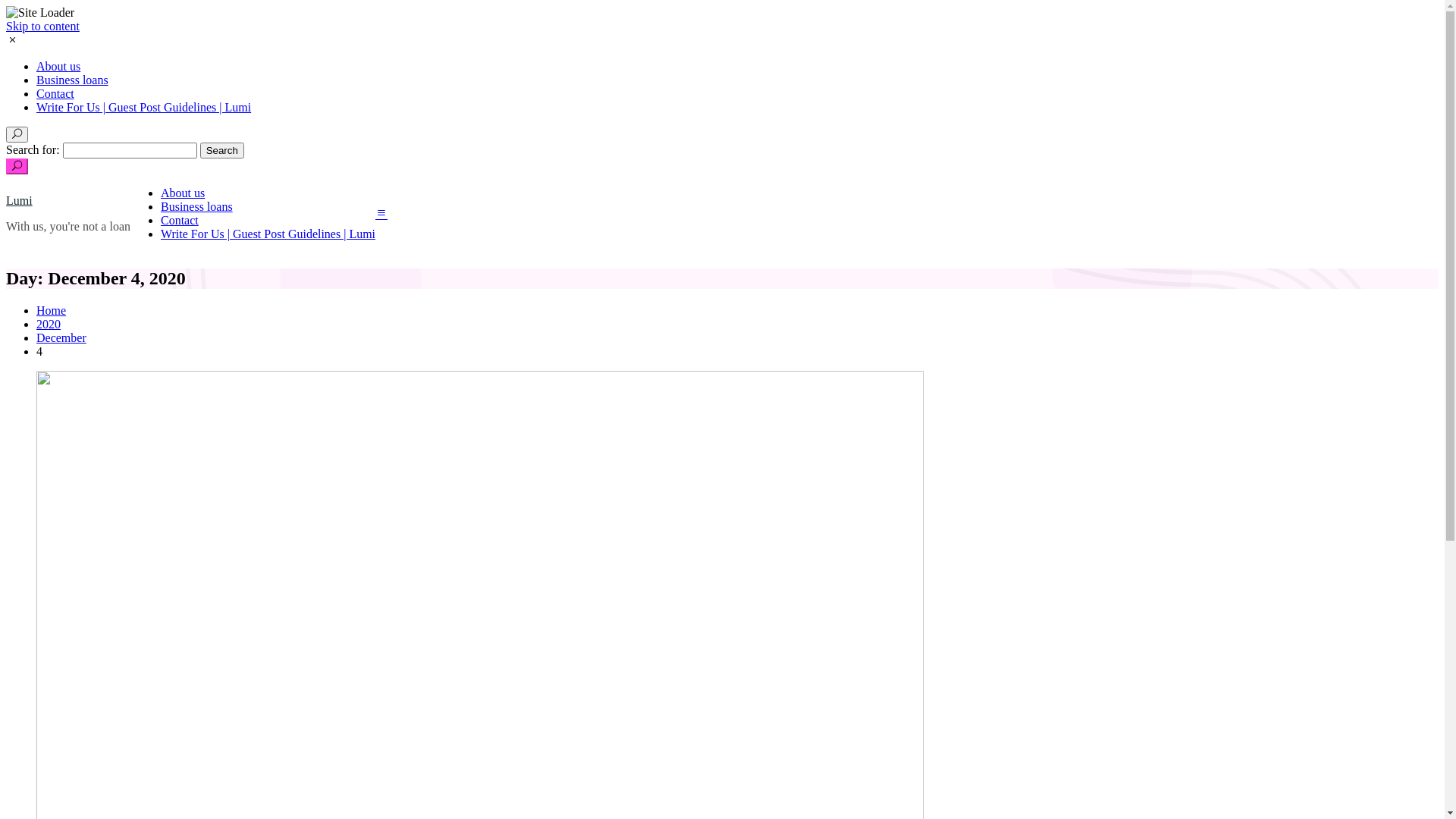  Describe the element at coordinates (55, 93) in the screenshot. I see `'Contact'` at that location.